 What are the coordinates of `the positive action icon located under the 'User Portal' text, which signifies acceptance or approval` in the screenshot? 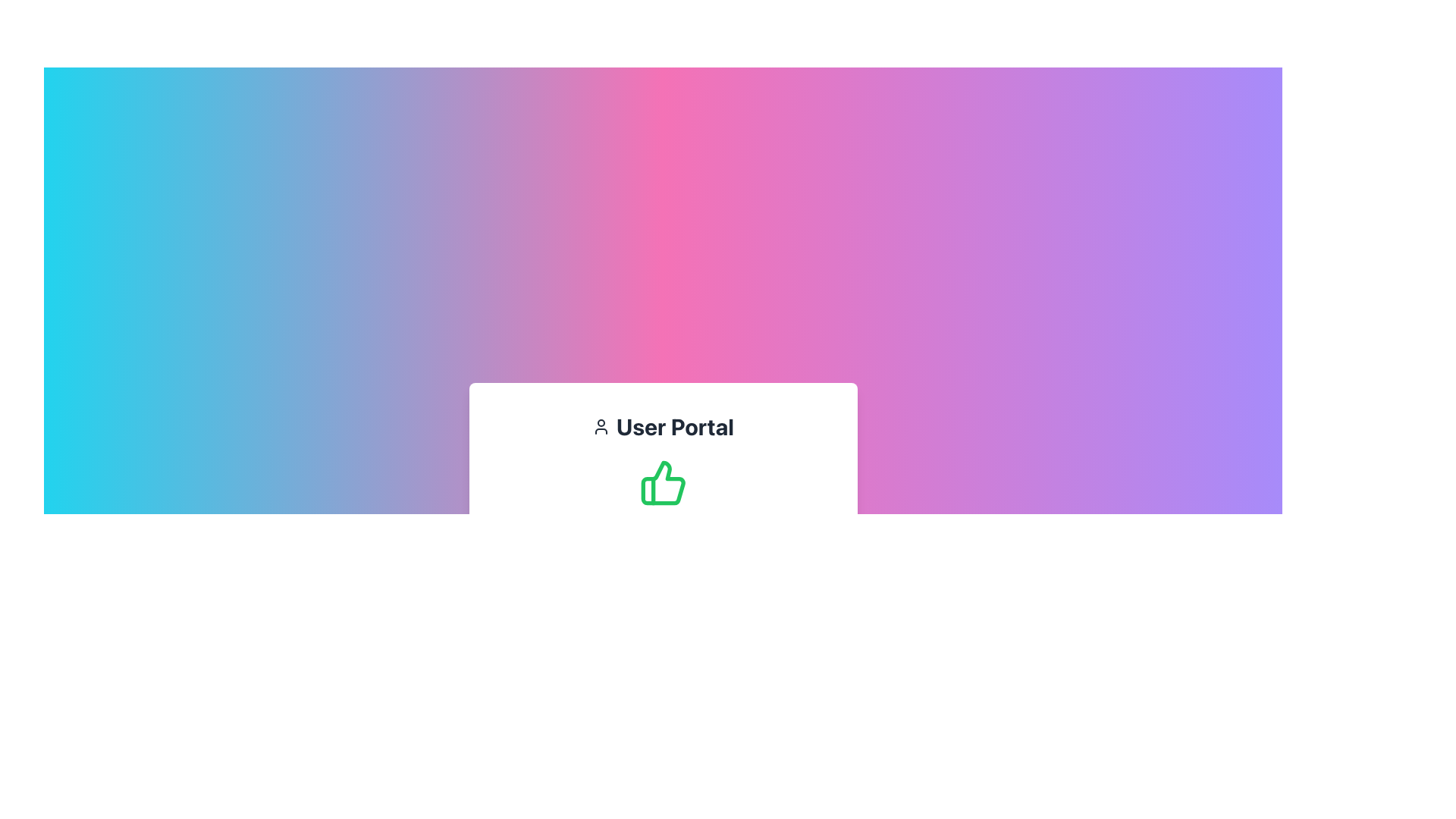 It's located at (663, 482).